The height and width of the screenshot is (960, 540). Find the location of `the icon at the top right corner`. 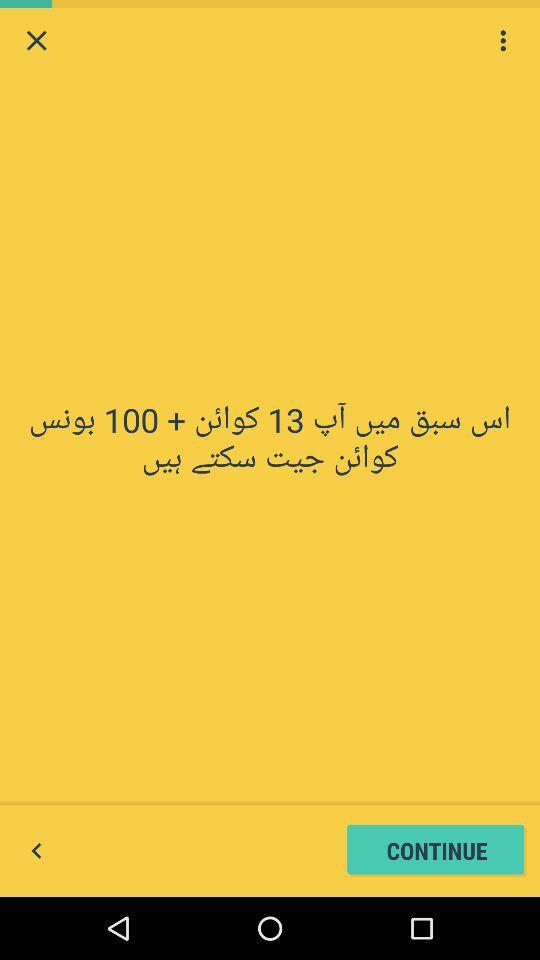

the icon at the top right corner is located at coordinates (502, 39).